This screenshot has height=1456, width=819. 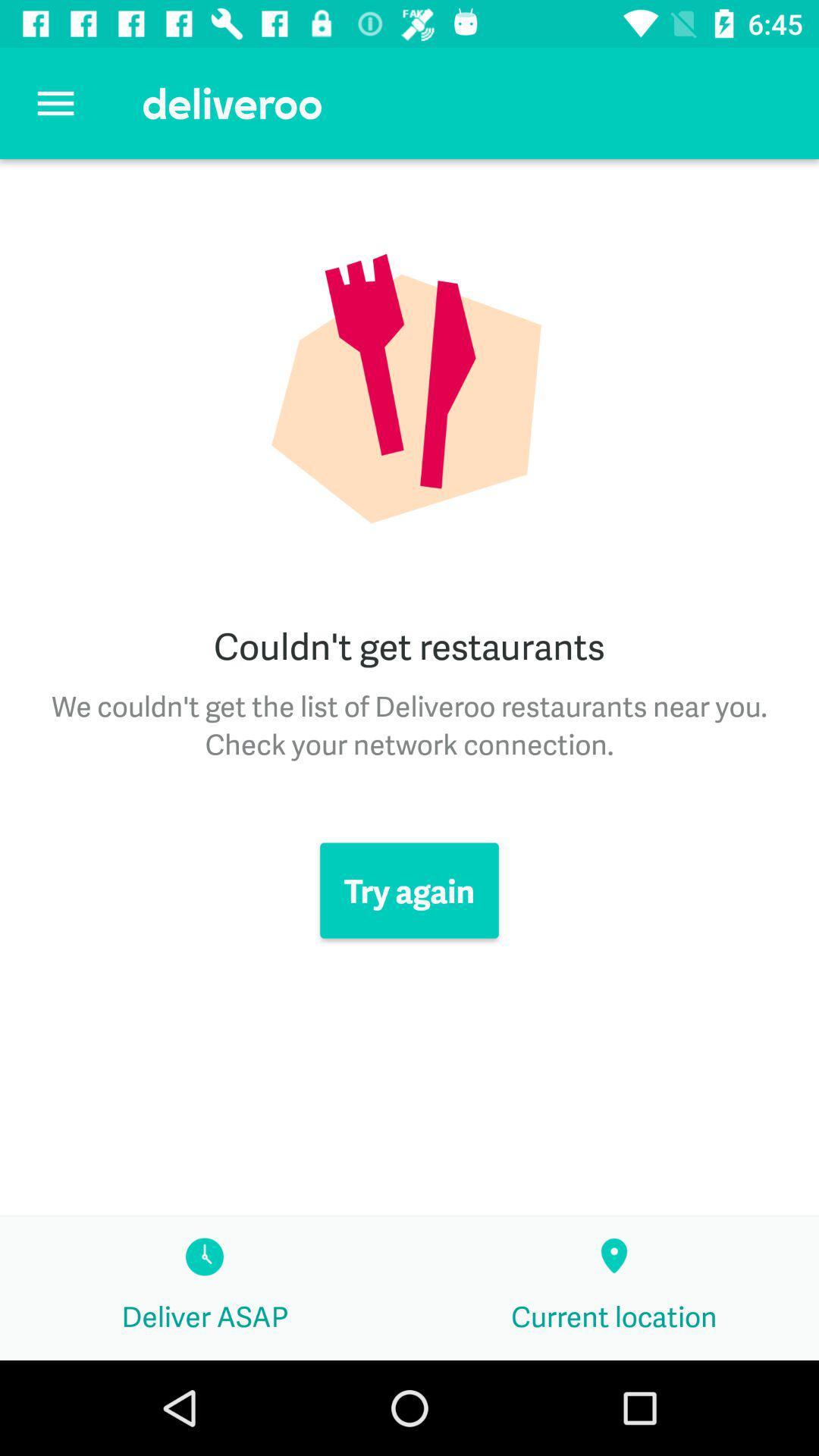 I want to click on the item to the left of the current location, so click(x=205, y=1288).